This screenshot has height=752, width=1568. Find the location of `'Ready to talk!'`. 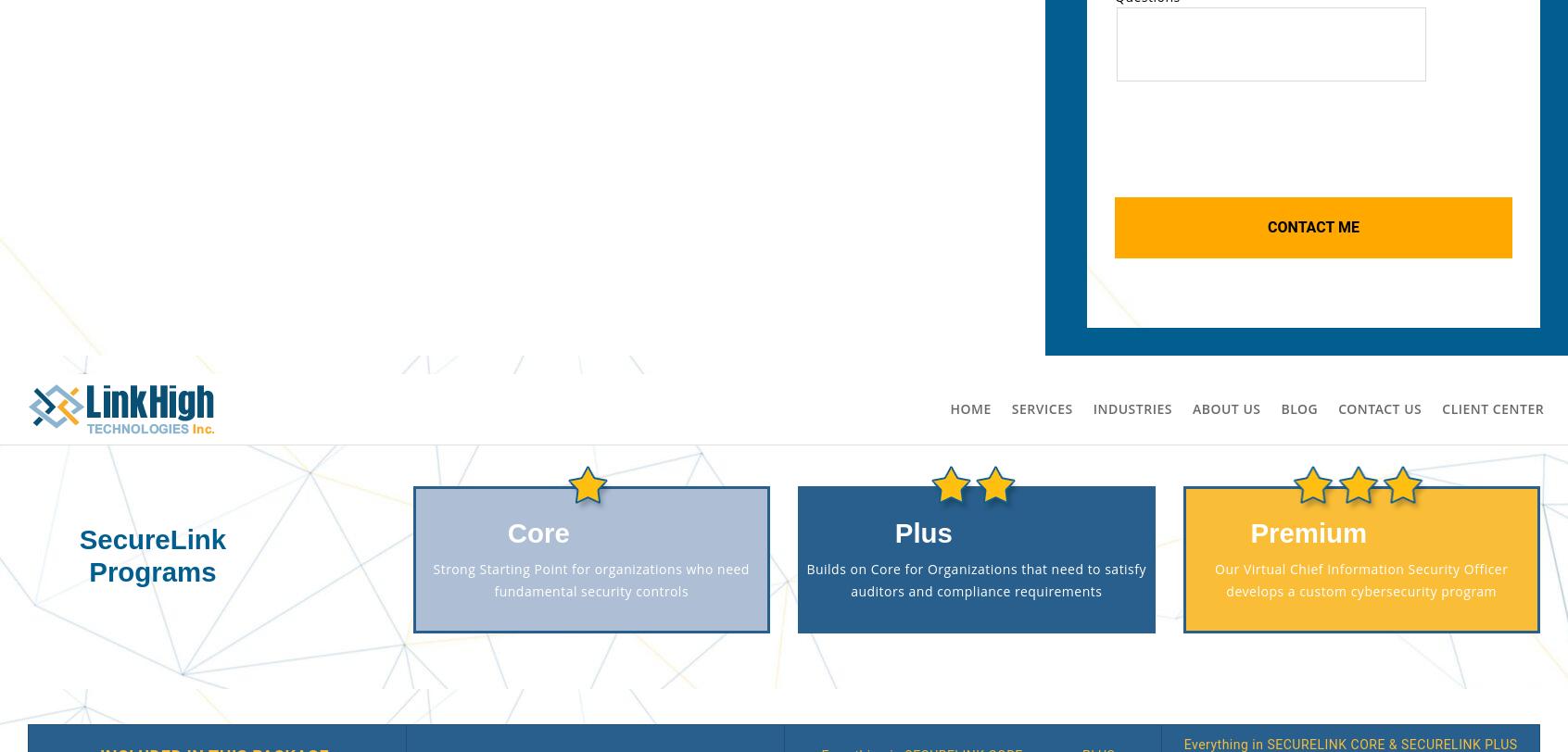

'Ready to talk!' is located at coordinates (1175, 667).